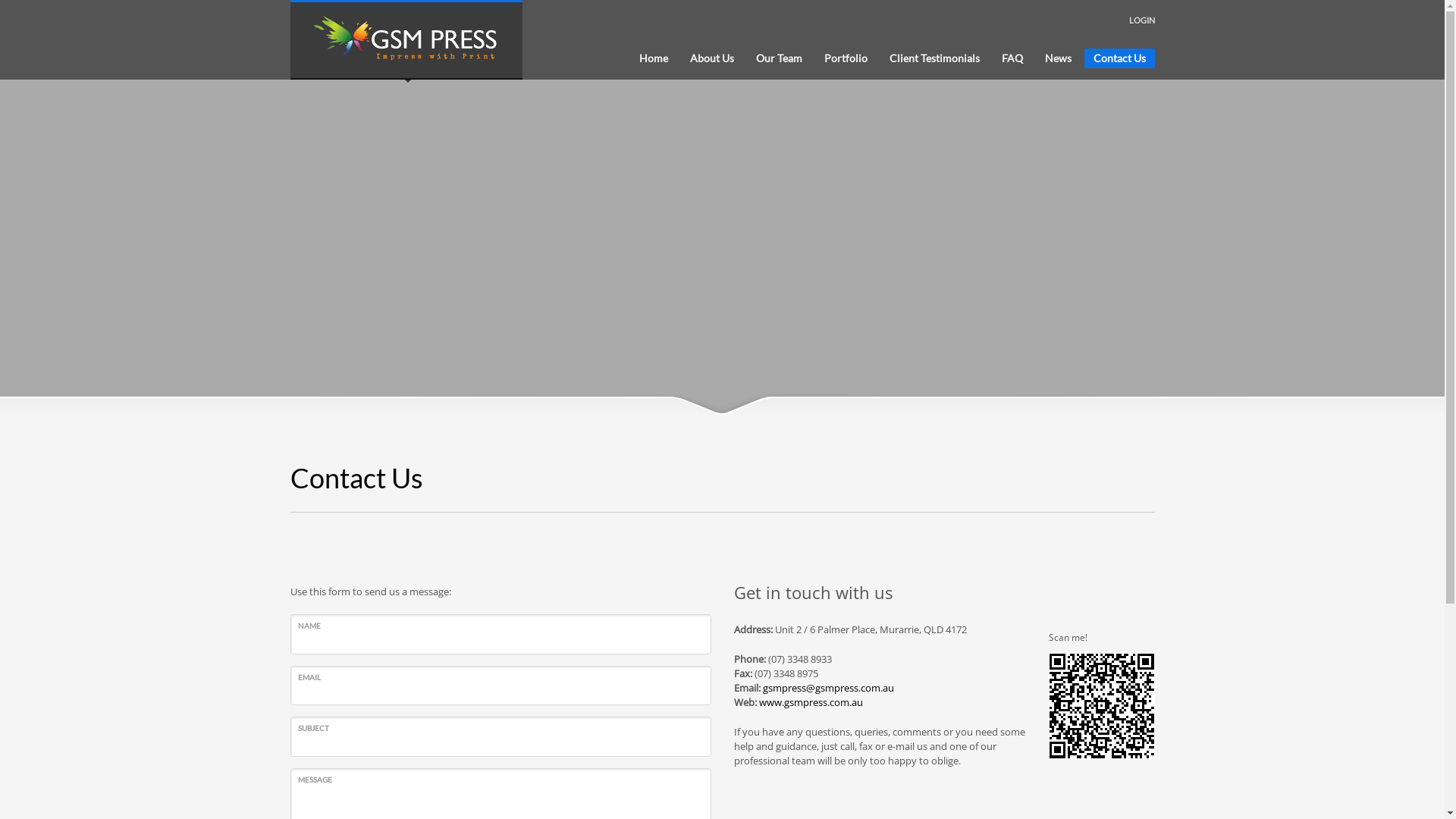 This screenshot has height=819, width=1456. Describe the element at coordinates (679, 58) in the screenshot. I see `'About Us'` at that location.